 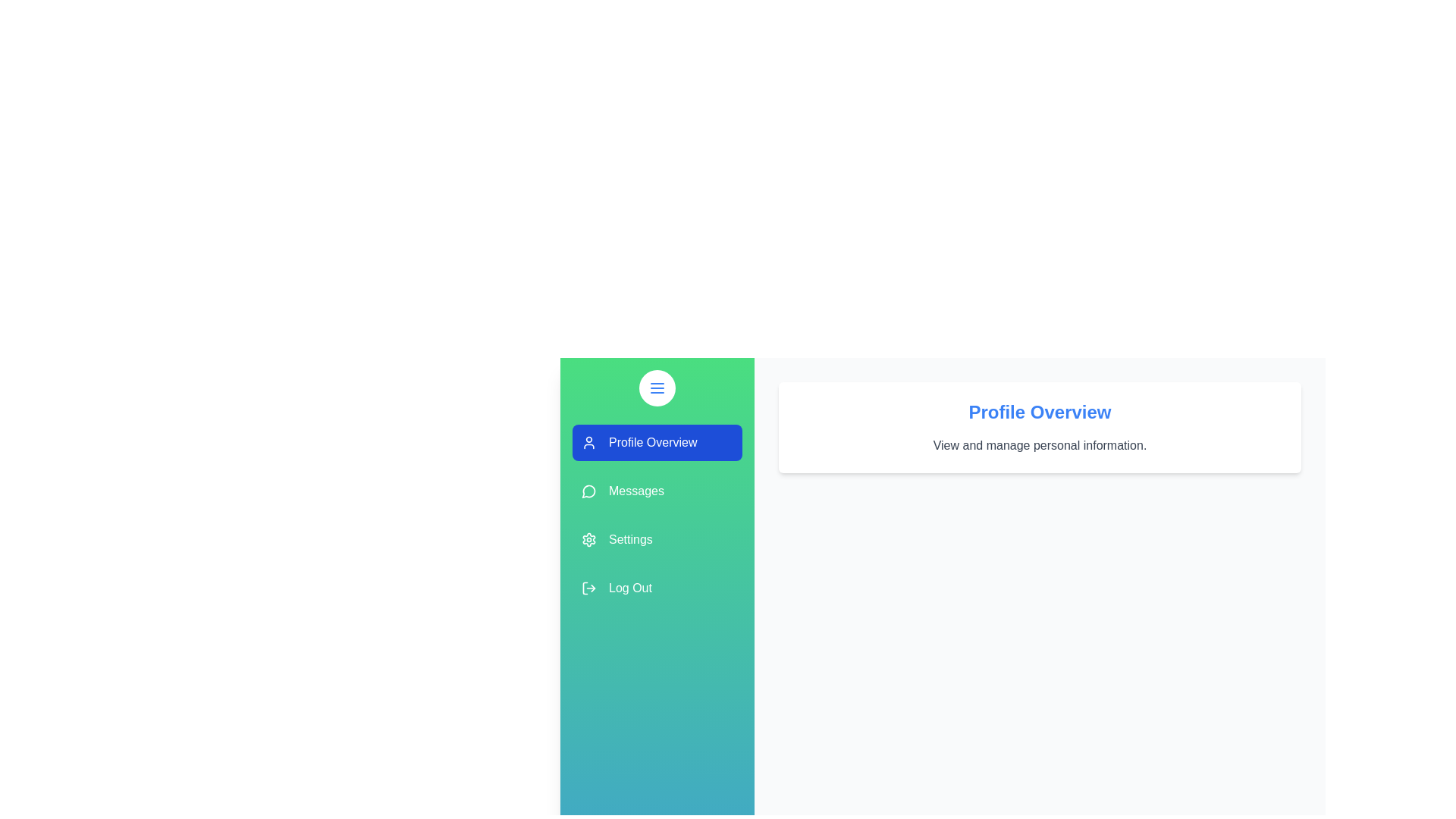 What do you see at coordinates (657, 442) in the screenshot?
I see `the menu item Profile Overview to observe its visual feedback` at bounding box center [657, 442].